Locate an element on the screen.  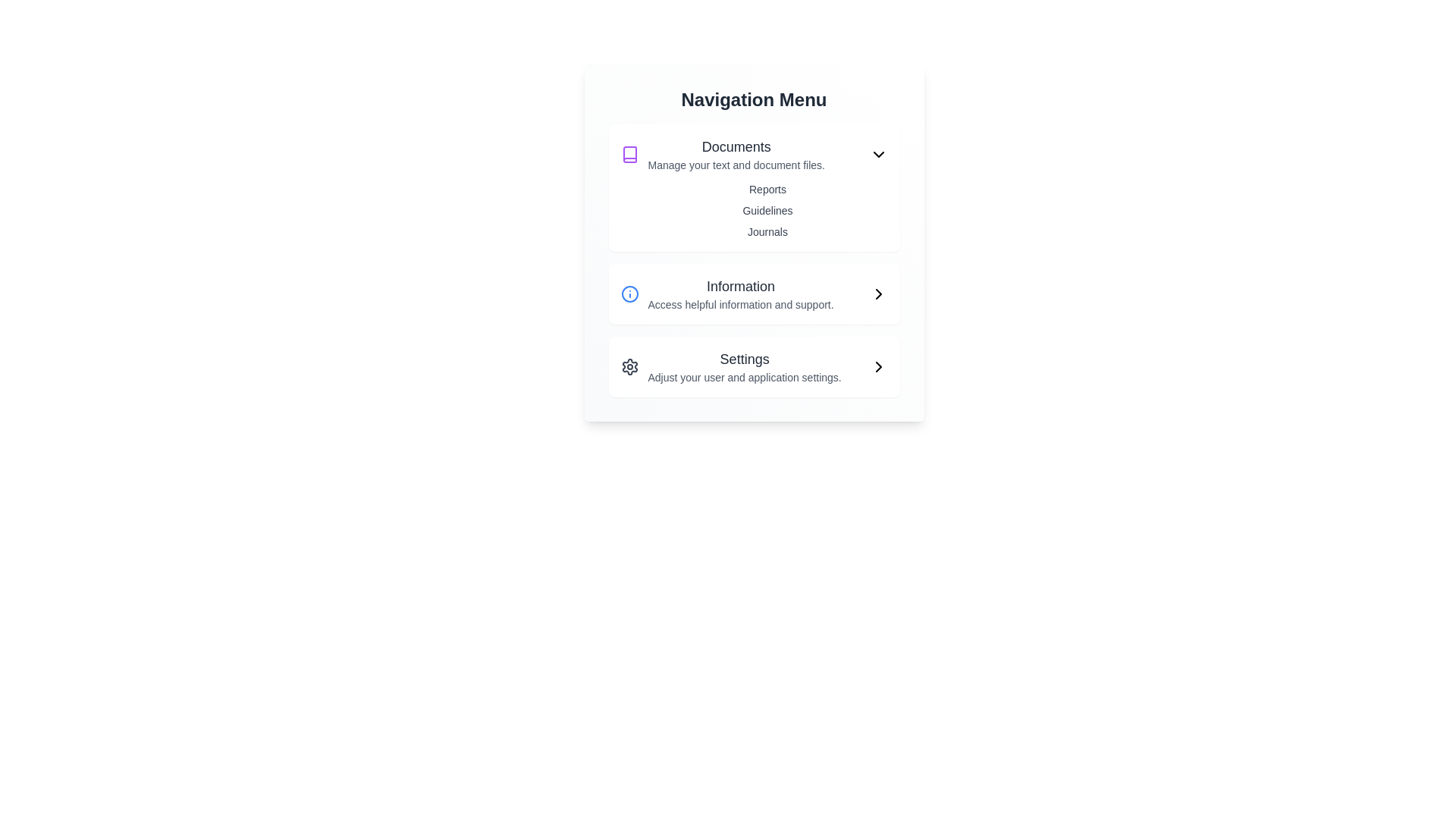
the second list item in the navigation menu that contains a blue circular information icon and the title 'Information' is located at coordinates (726, 294).